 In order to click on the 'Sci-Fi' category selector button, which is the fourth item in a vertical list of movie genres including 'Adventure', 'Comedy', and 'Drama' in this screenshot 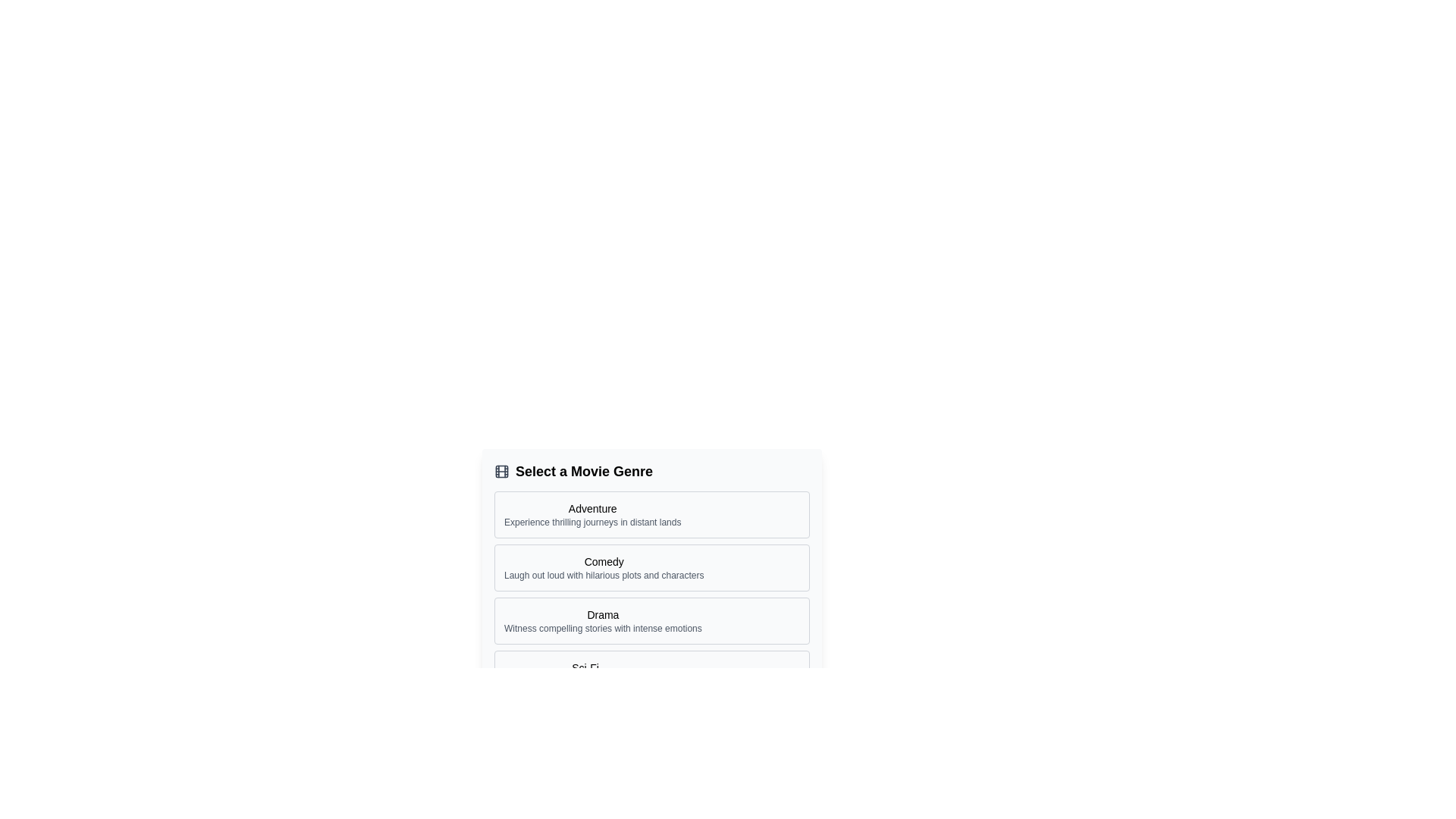, I will do `click(651, 673)`.